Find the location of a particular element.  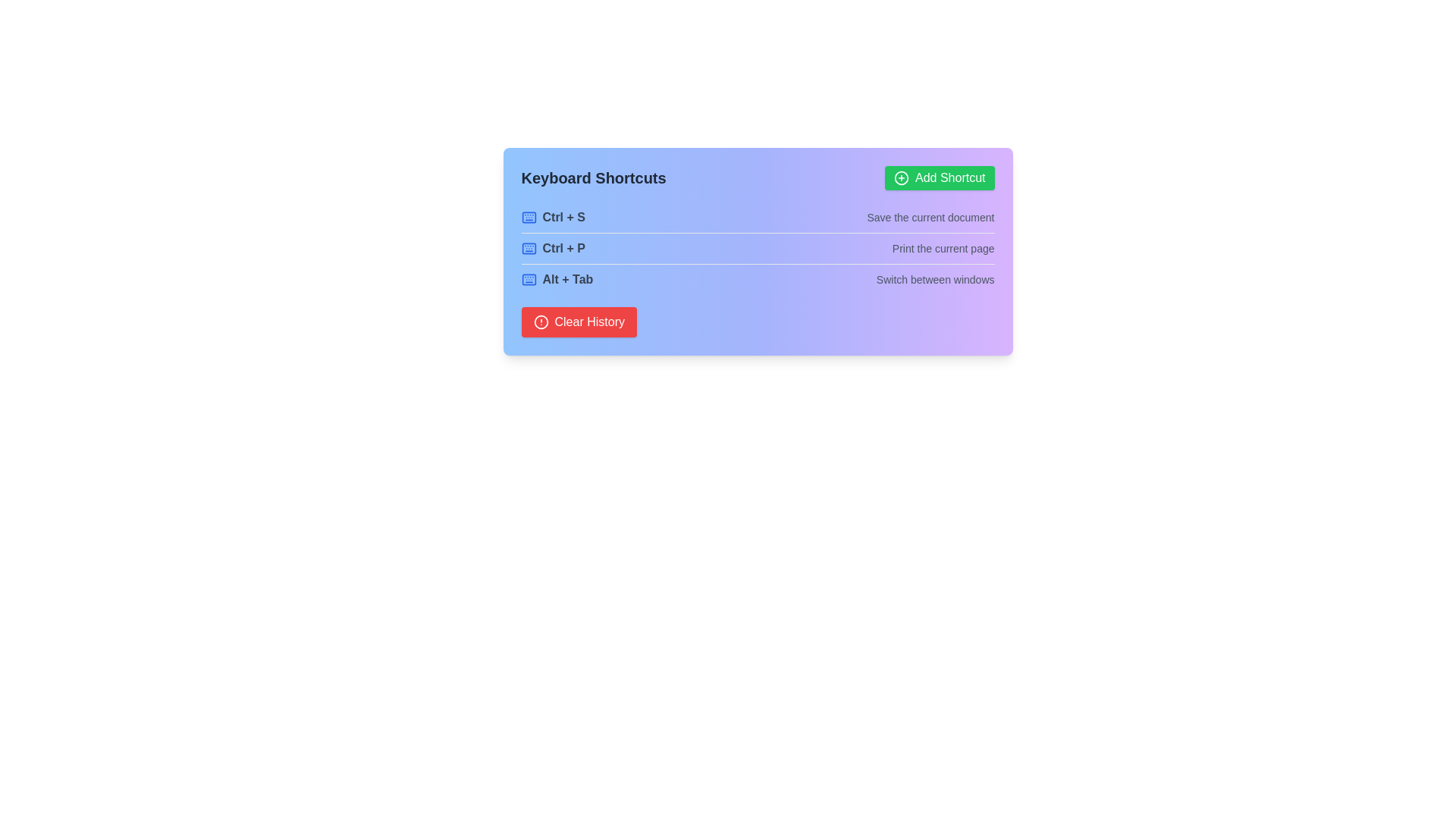

the 'Add Shortcut' button with a bright green background and a white plus icon is located at coordinates (939, 177).